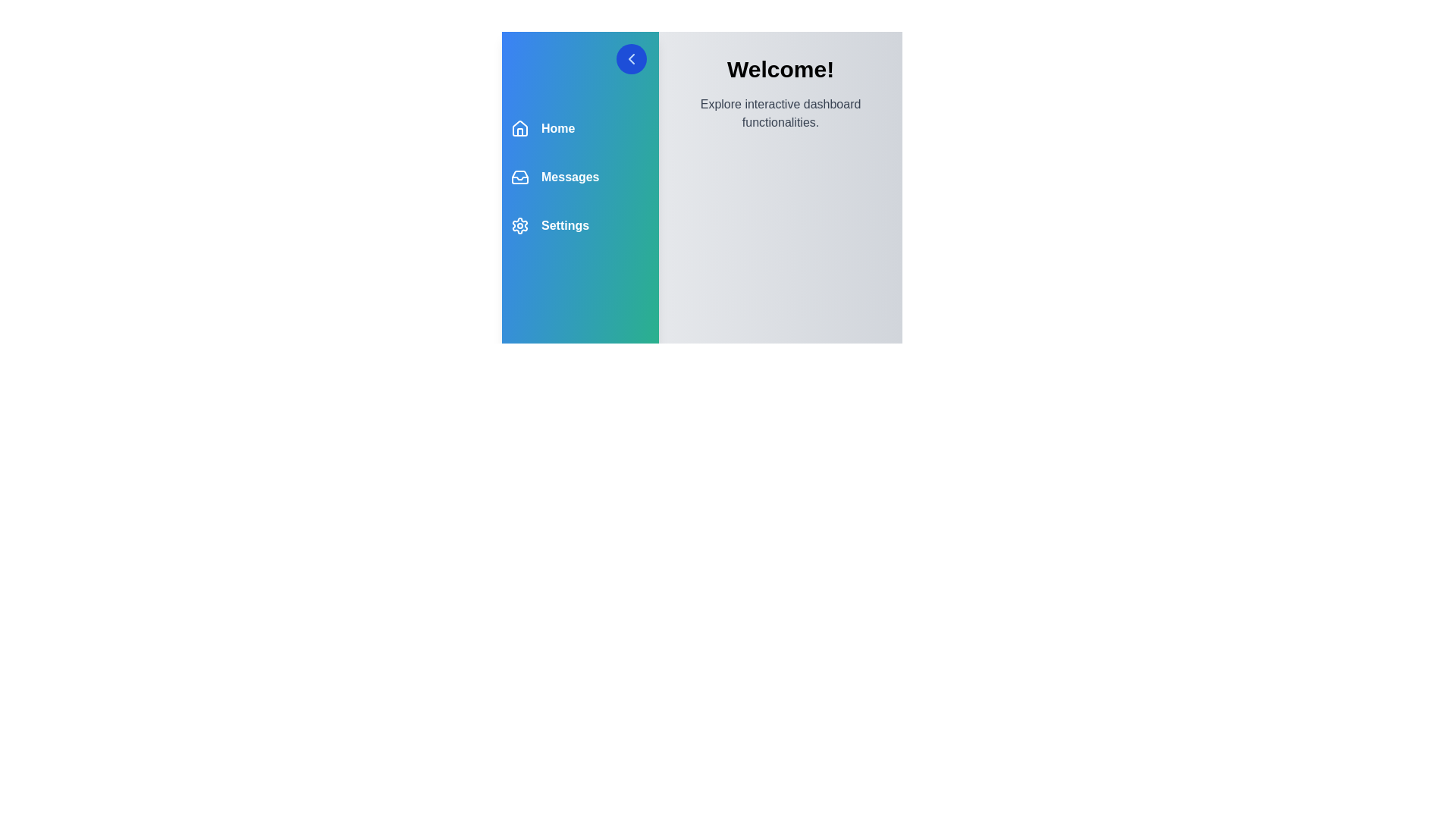 Image resolution: width=1456 pixels, height=819 pixels. I want to click on the 'Settings' button, which is a rectangular button with a gear icon and the word 'Settings', positioned as the third item in the vertical list of menu buttons on the left sidebar, so click(549, 225).